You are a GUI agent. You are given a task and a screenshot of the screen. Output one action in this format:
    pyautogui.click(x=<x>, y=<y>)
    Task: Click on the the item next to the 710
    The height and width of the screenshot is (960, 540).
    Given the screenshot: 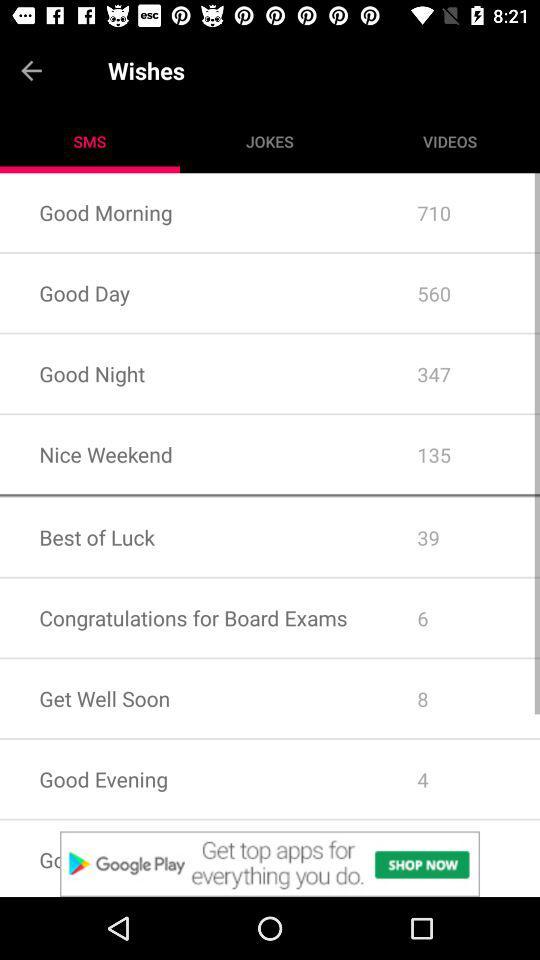 What is the action you would take?
    pyautogui.click(x=189, y=292)
    